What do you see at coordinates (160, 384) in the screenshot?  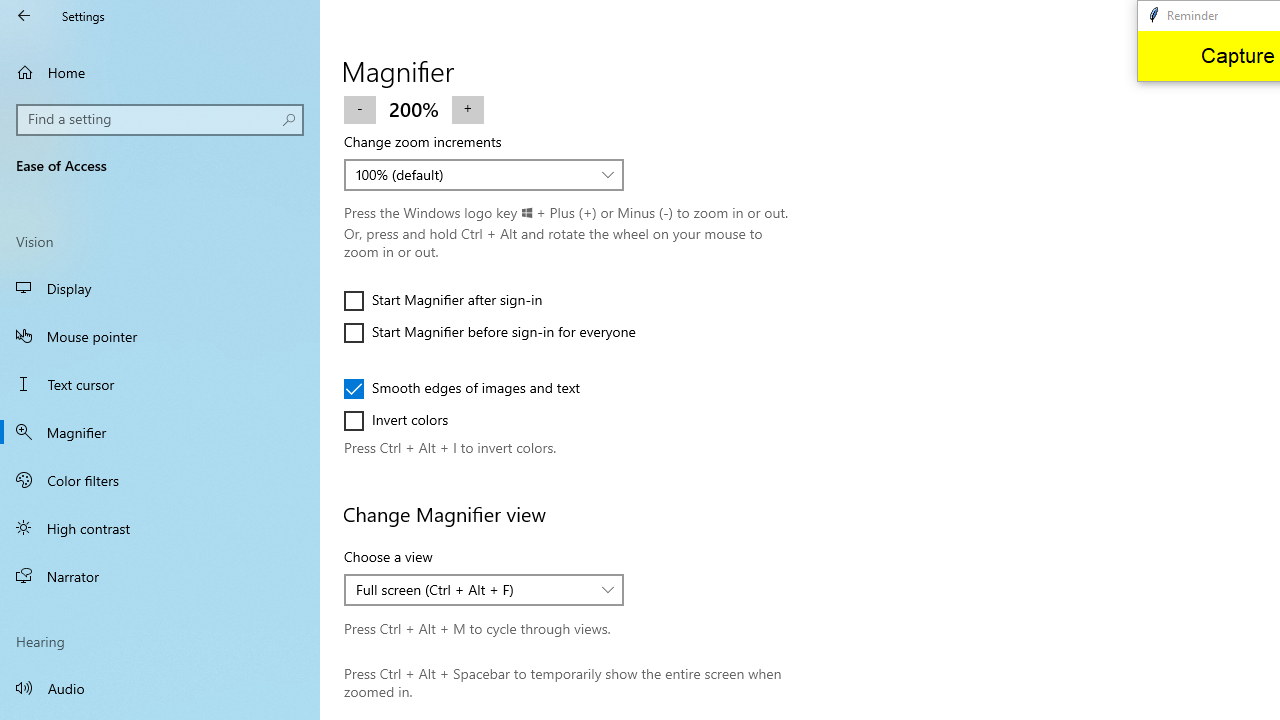 I see `'Text cursor'` at bounding box center [160, 384].